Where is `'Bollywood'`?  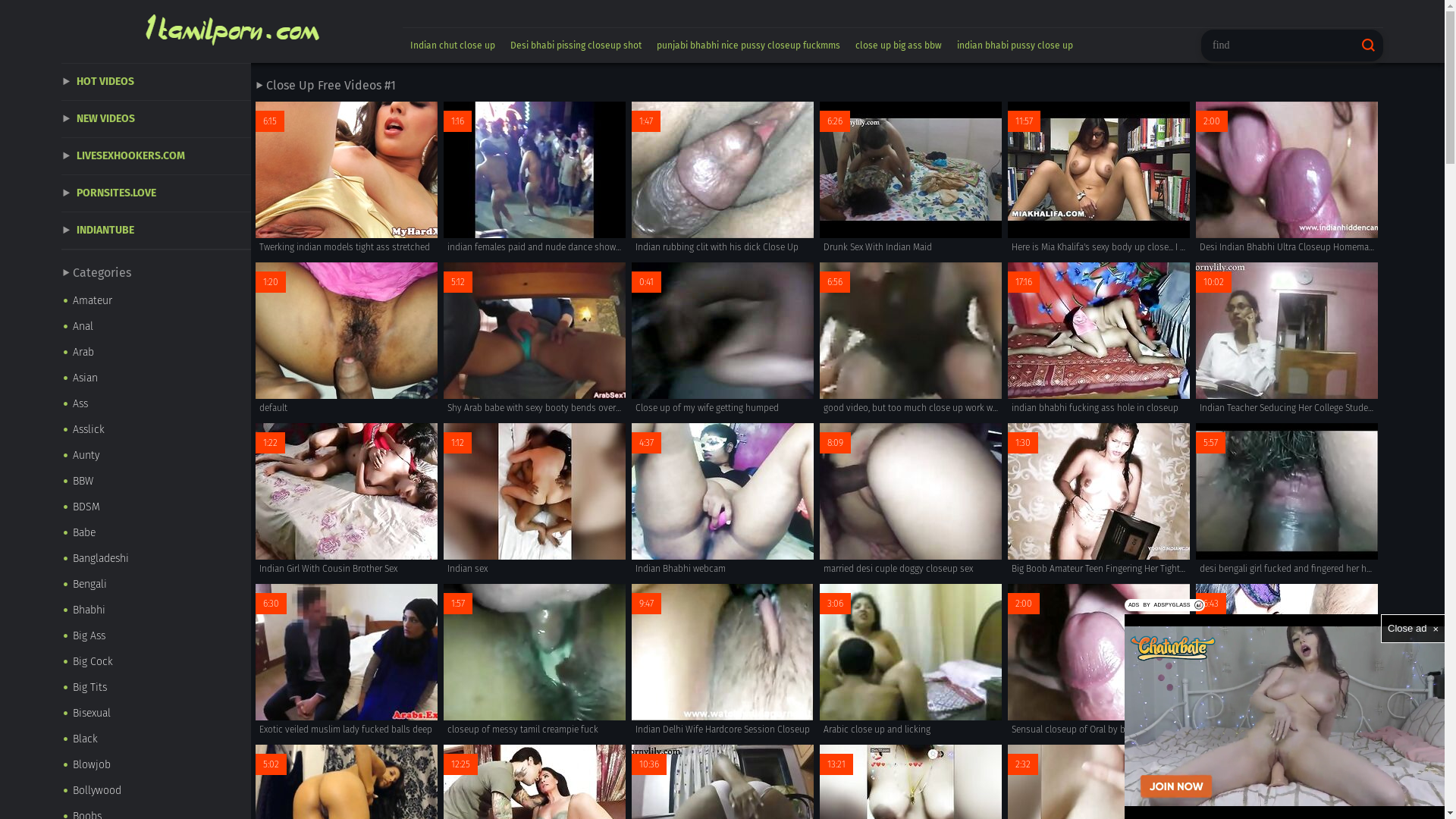
'Bollywood' is located at coordinates (61, 789).